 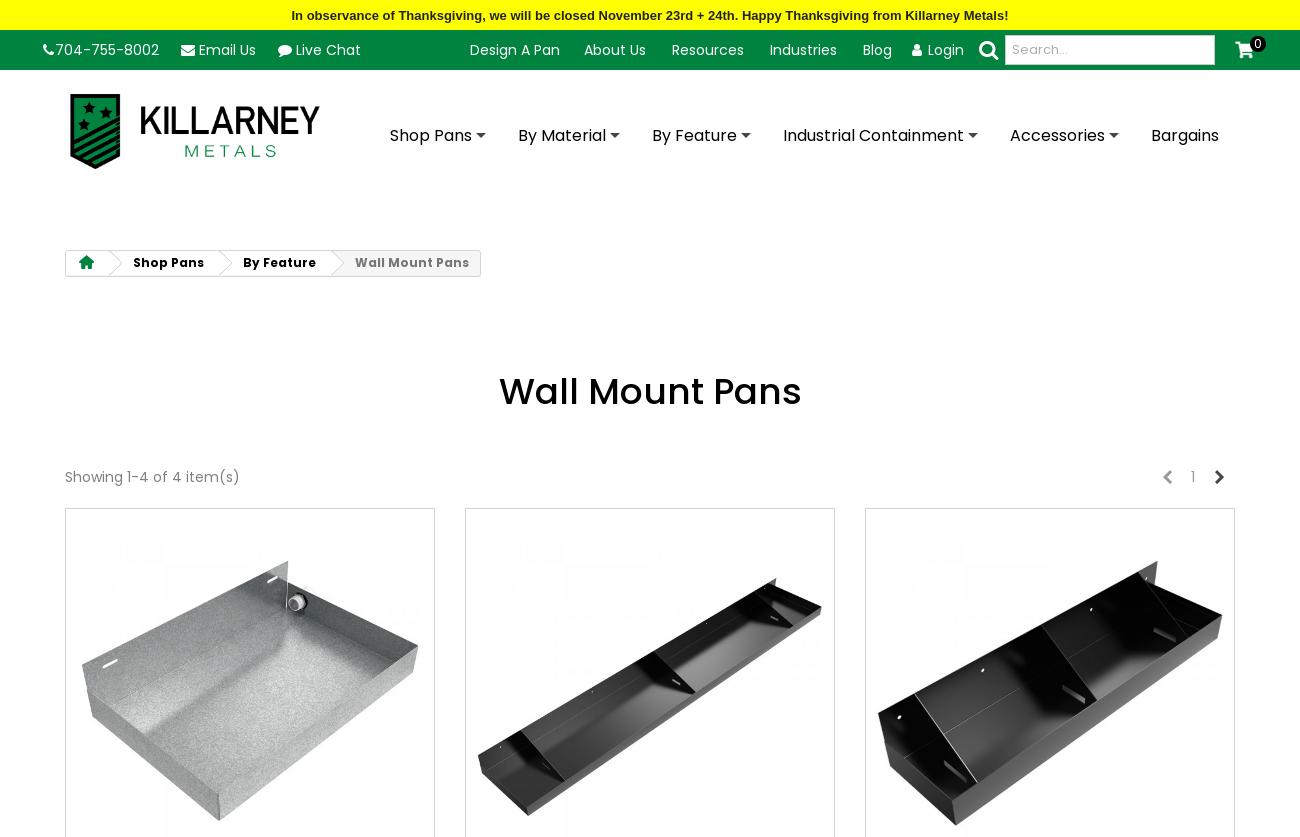 I want to click on 'Blog', so click(x=862, y=48).